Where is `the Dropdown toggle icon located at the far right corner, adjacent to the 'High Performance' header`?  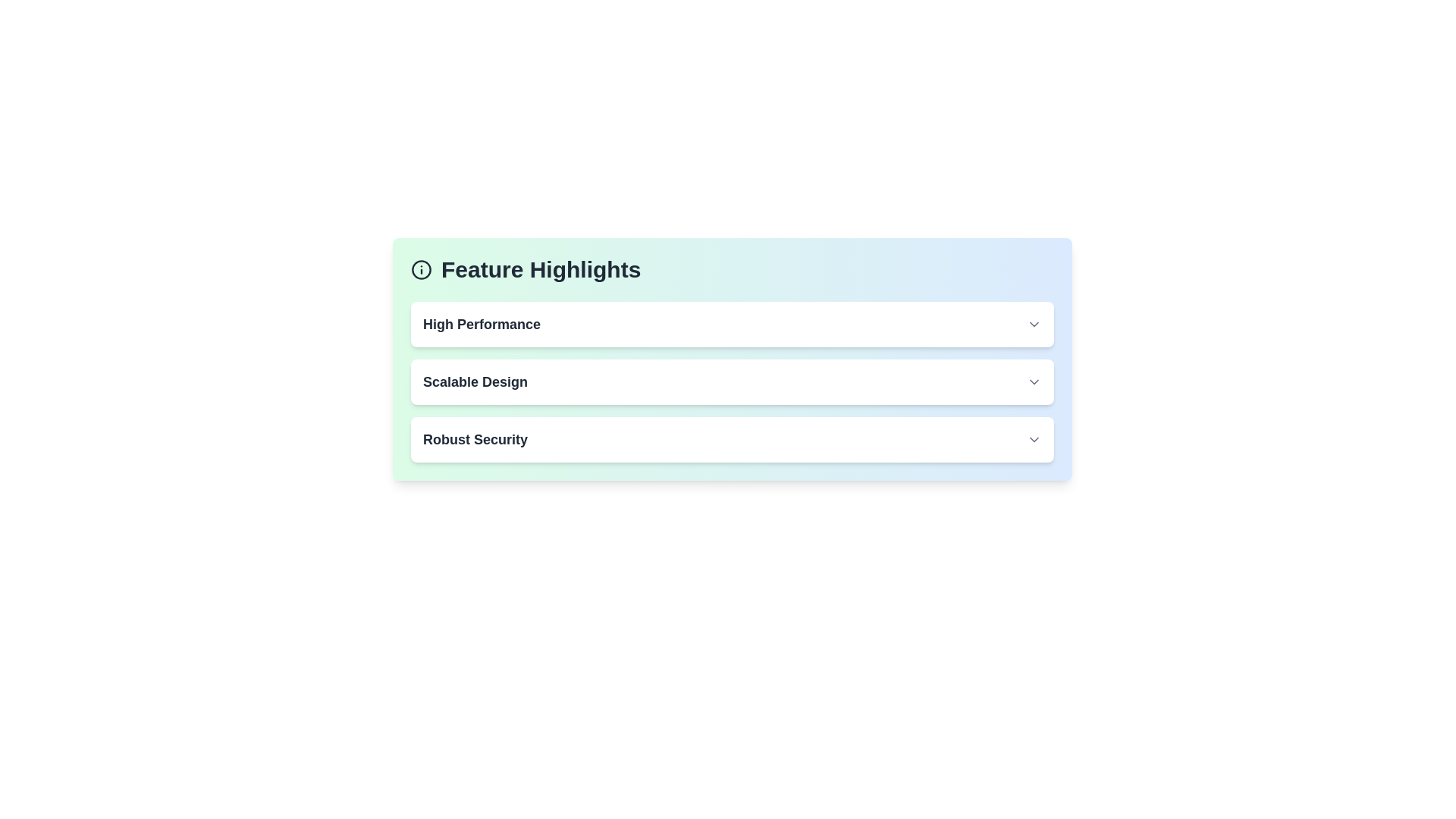
the Dropdown toggle icon located at the far right corner, adjacent to the 'High Performance' header is located at coordinates (1033, 324).